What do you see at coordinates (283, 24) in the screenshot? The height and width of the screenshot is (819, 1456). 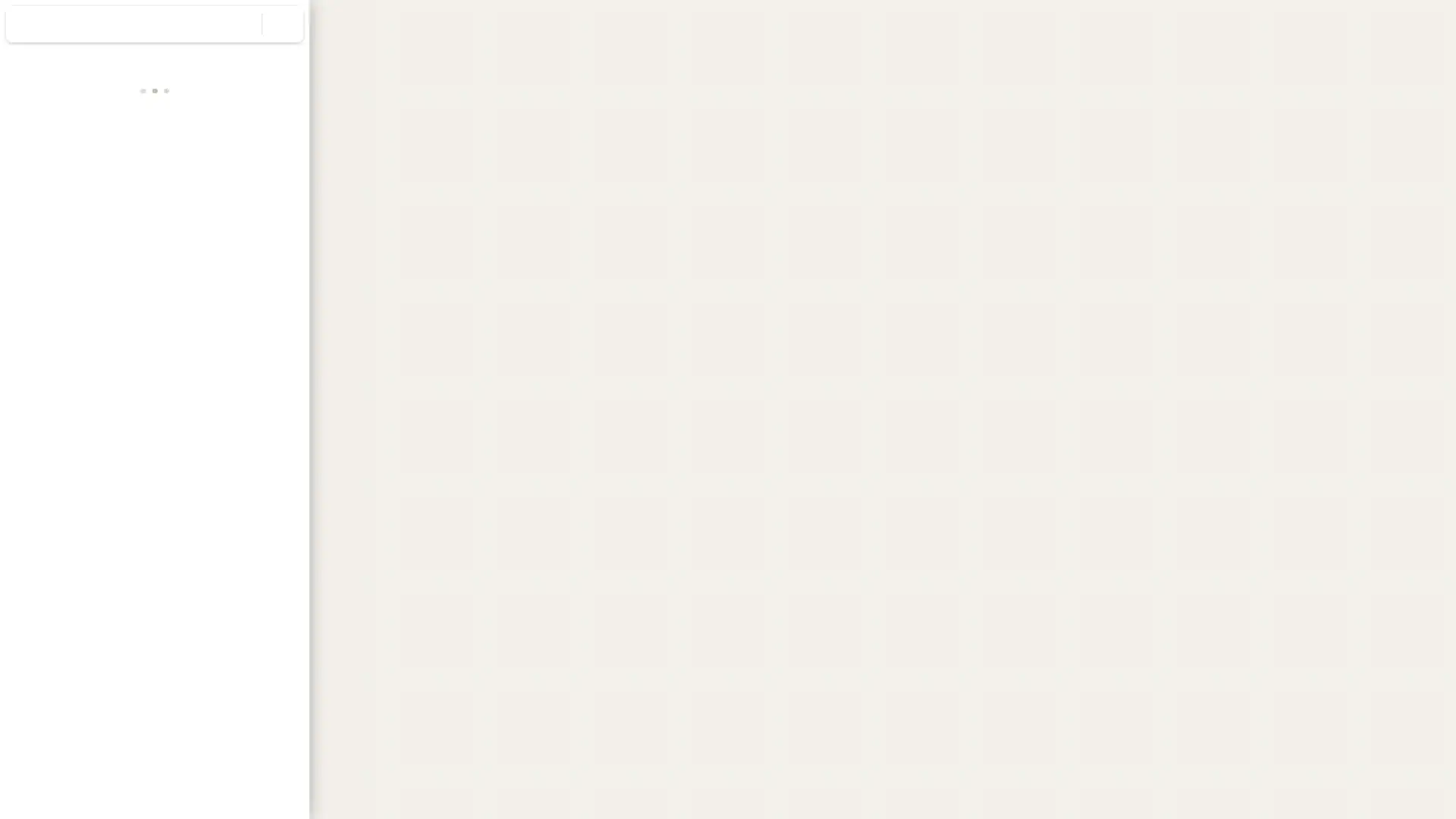 I see `Clear search` at bounding box center [283, 24].